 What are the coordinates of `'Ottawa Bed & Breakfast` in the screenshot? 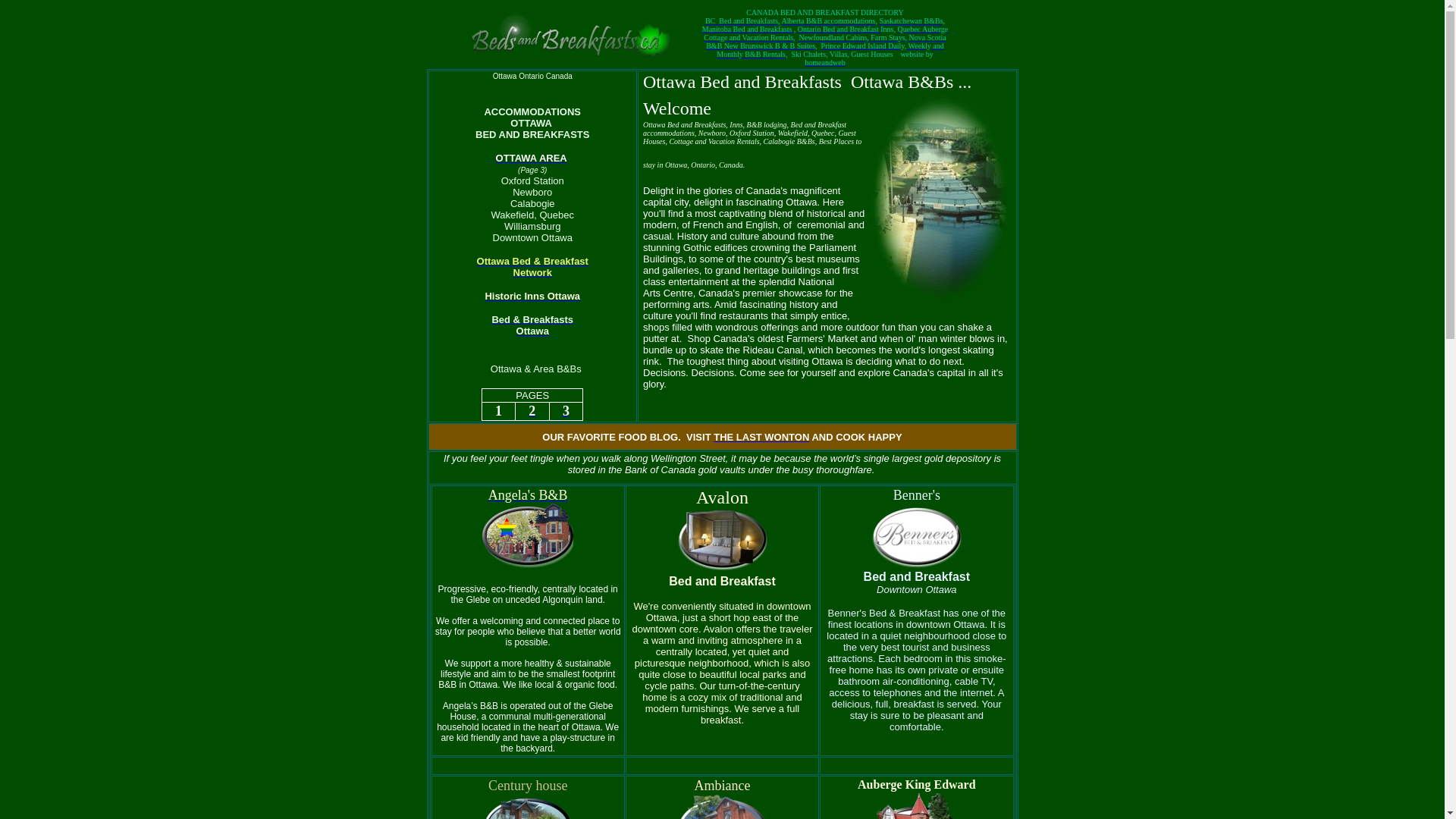 It's located at (532, 265).